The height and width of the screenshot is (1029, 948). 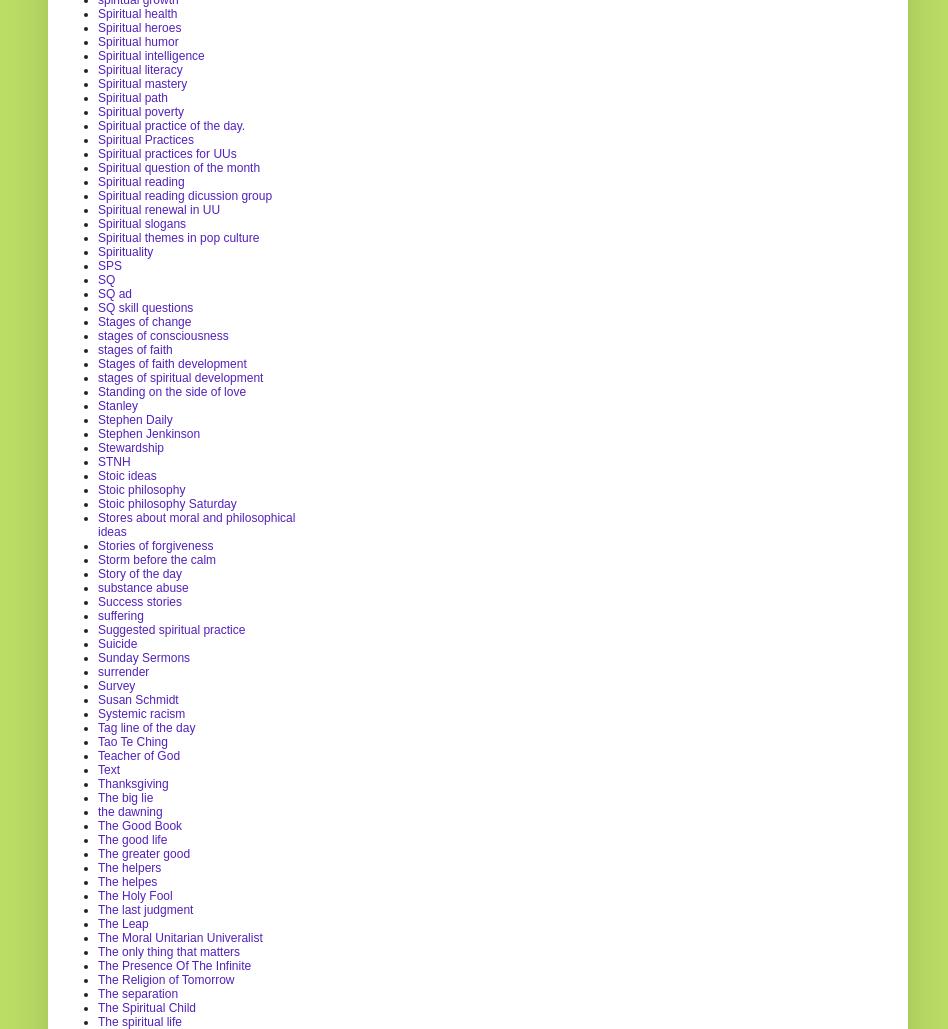 What do you see at coordinates (148, 432) in the screenshot?
I see `'Stephen Jenkinson'` at bounding box center [148, 432].